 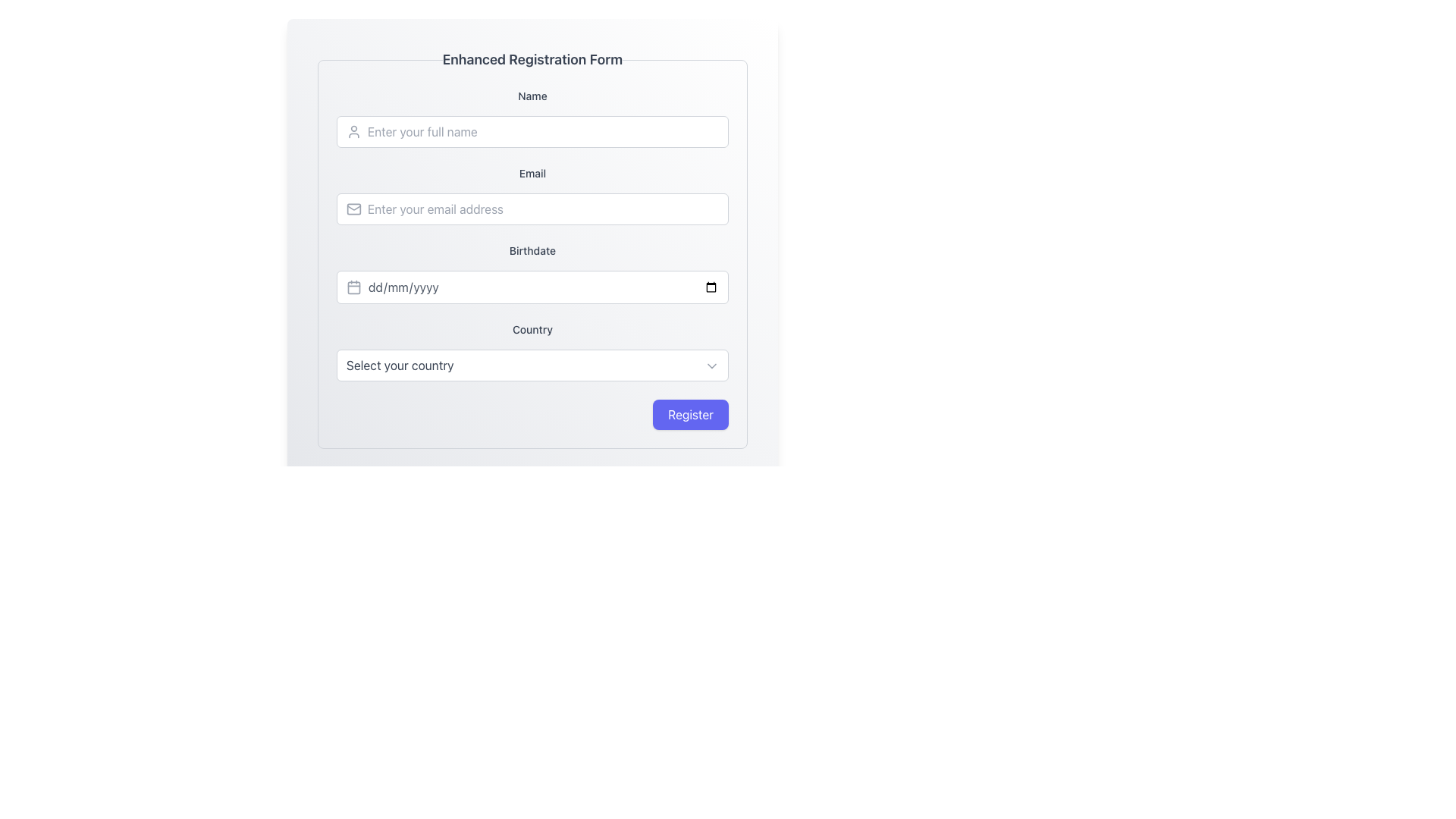 What do you see at coordinates (532, 250) in the screenshot?
I see `text of the label element that describes the expected input for the date input field, positioned between the Email field and the date input field` at bounding box center [532, 250].